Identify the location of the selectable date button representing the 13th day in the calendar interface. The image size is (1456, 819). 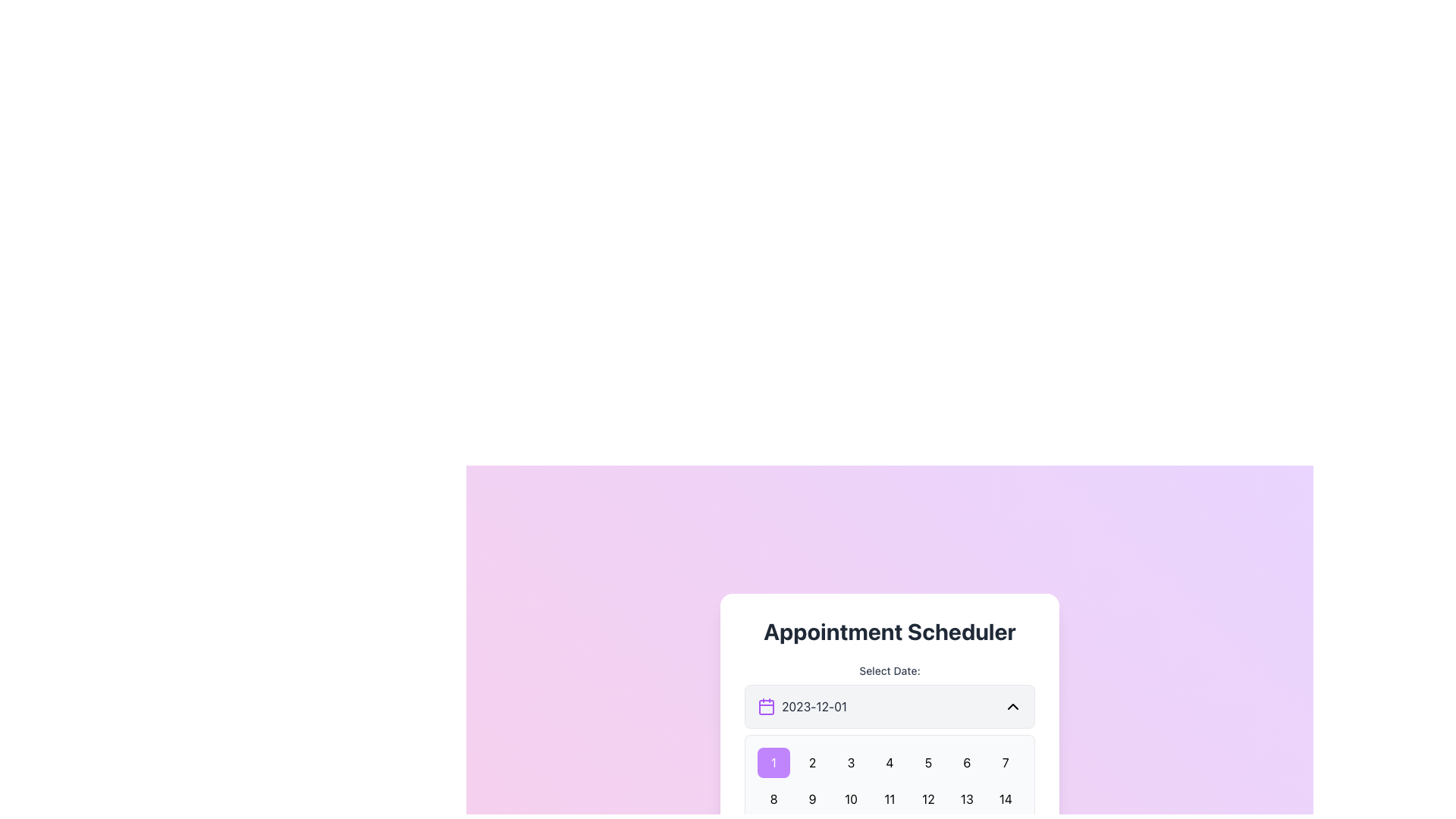
(966, 799).